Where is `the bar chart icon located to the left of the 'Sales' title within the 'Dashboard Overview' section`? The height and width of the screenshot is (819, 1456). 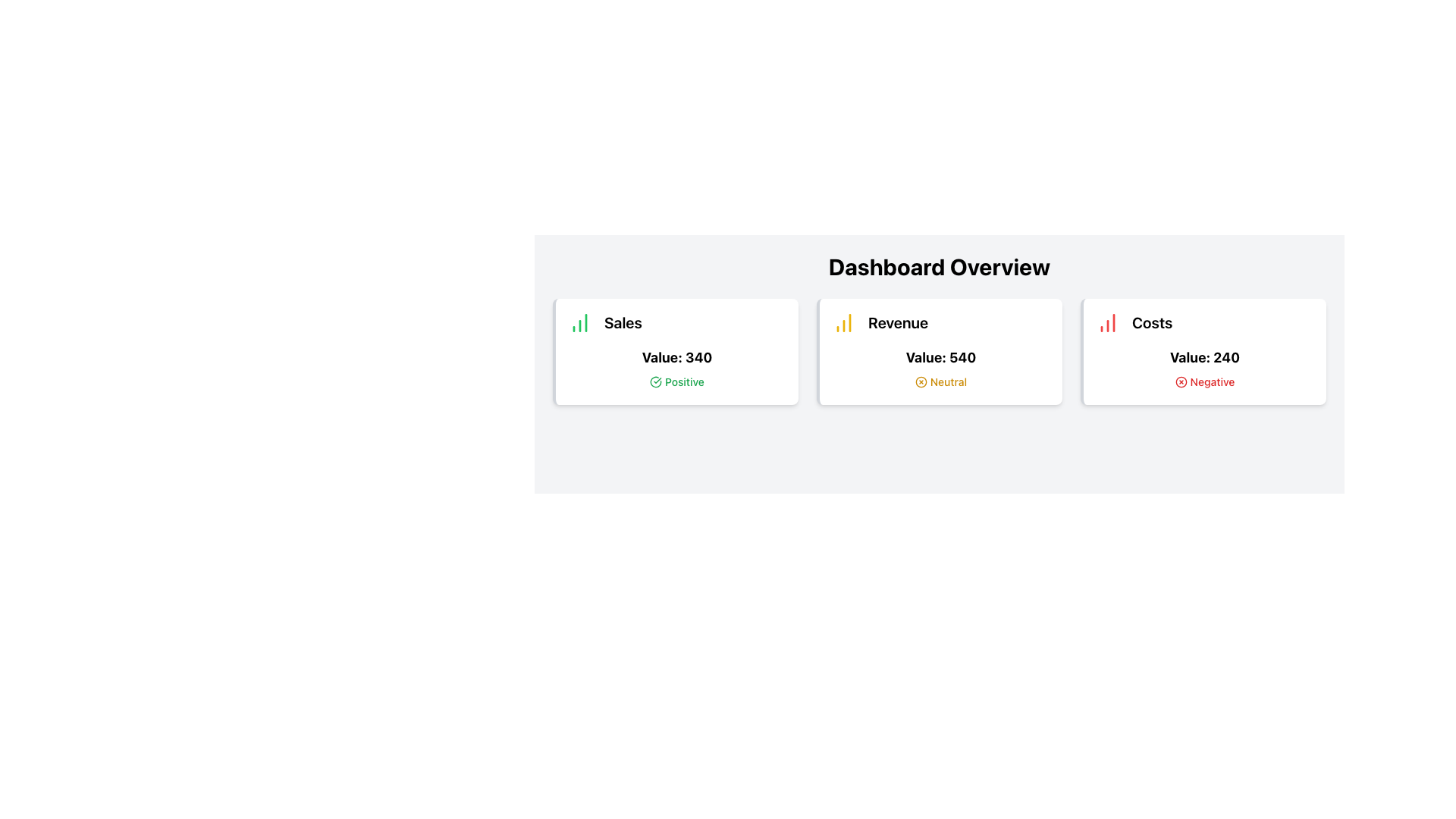
the bar chart icon located to the left of the 'Sales' title within the 'Dashboard Overview' section is located at coordinates (579, 322).